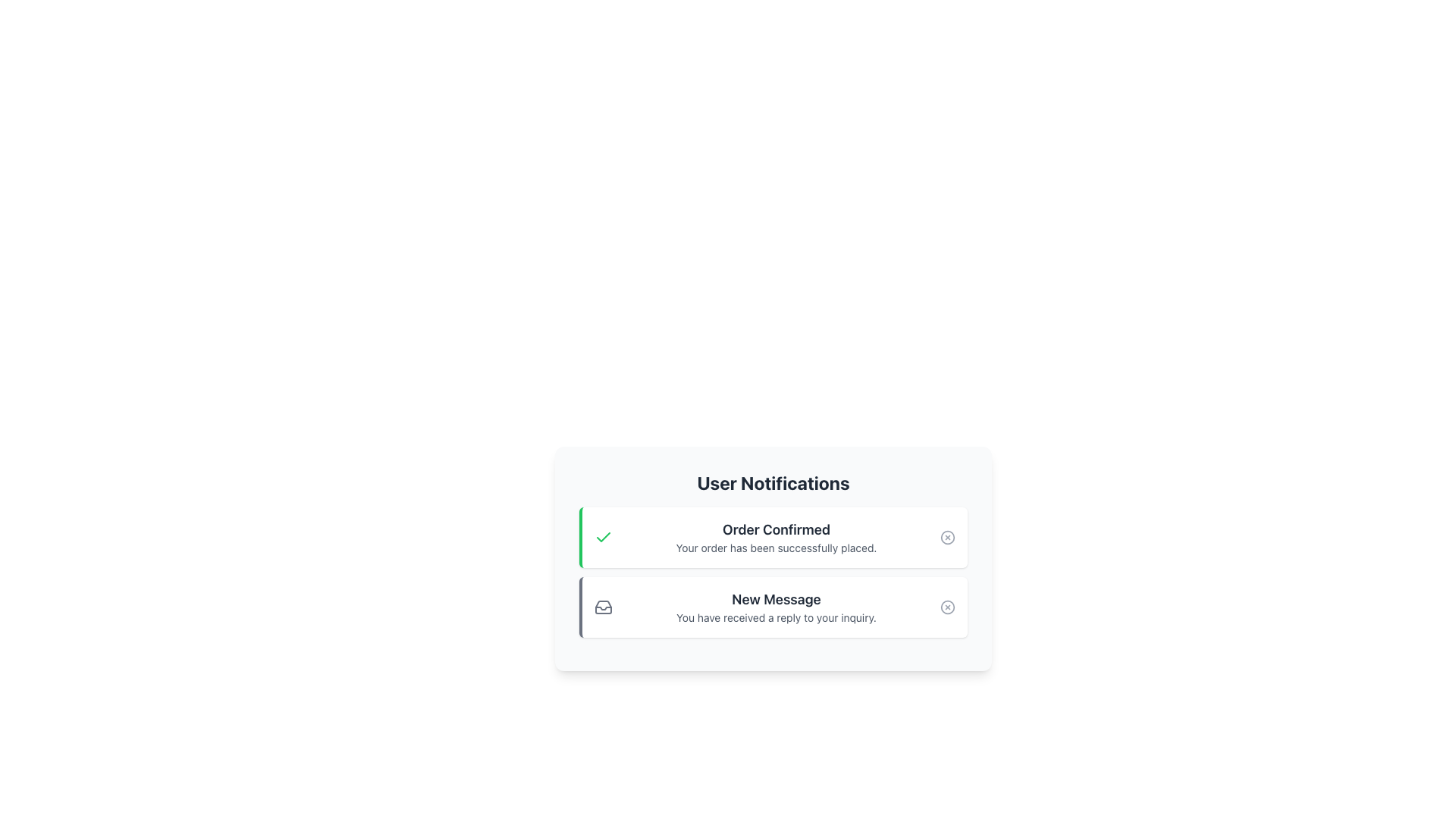 The height and width of the screenshot is (819, 1456). Describe the element at coordinates (776, 548) in the screenshot. I see `success message from the notification text label located below the 'Order Confirmed' title` at that location.